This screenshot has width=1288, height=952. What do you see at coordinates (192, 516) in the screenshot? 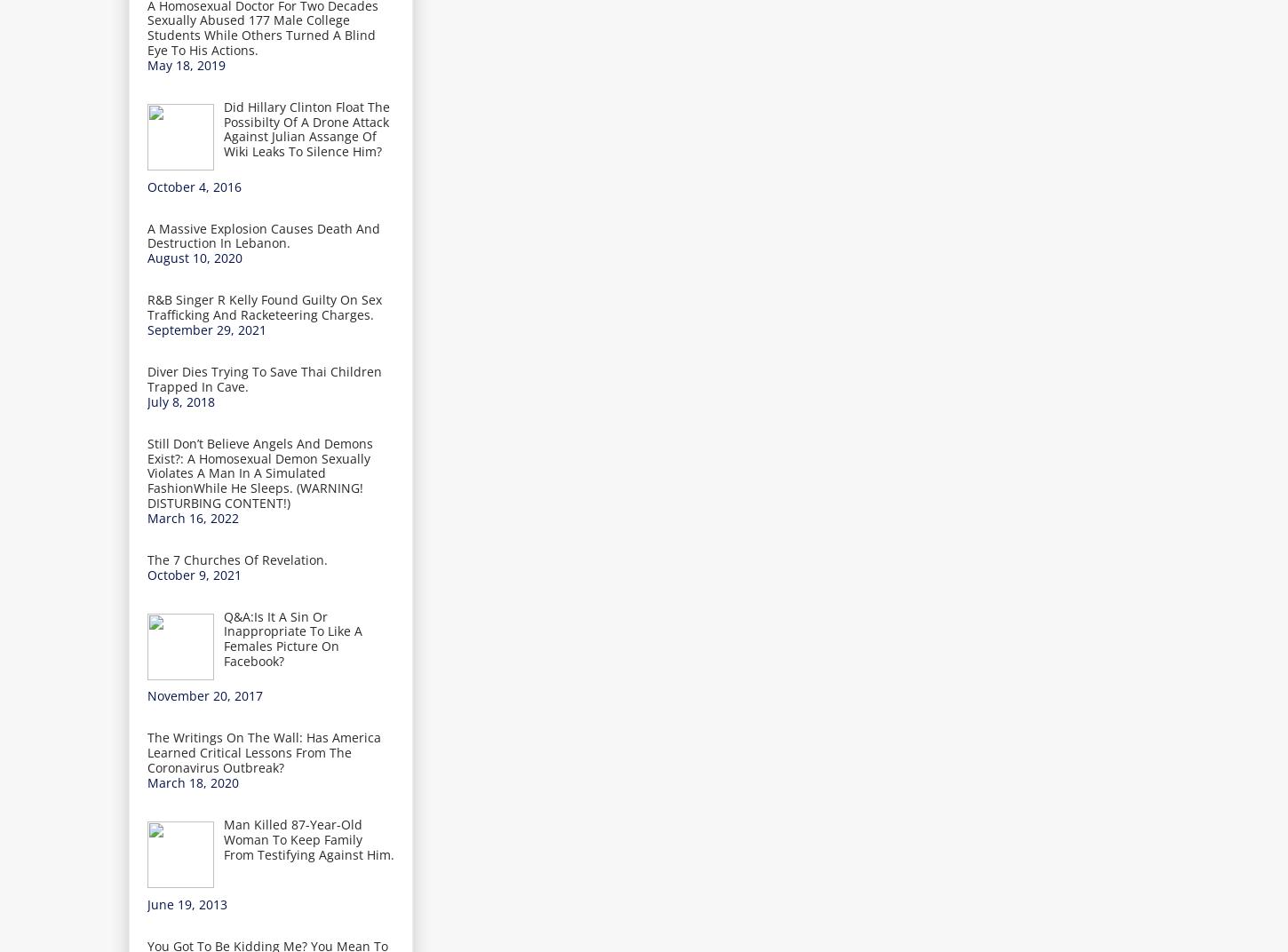
I see `'March 16, 2022'` at bounding box center [192, 516].